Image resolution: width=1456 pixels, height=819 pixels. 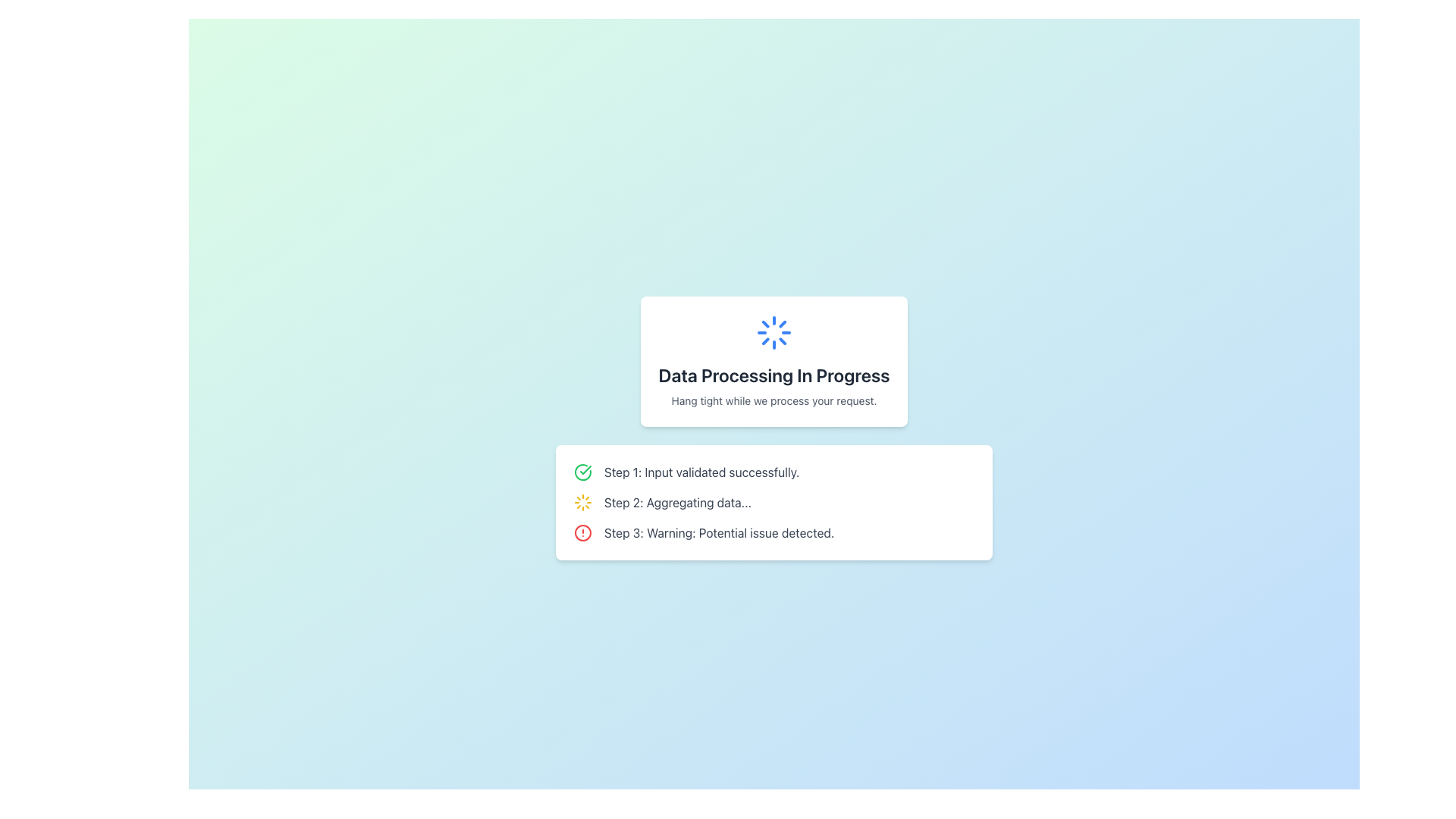 I want to click on the warning icon associated with Step 3 in the step-by-step process by moving the cursor to its location, so click(x=582, y=532).